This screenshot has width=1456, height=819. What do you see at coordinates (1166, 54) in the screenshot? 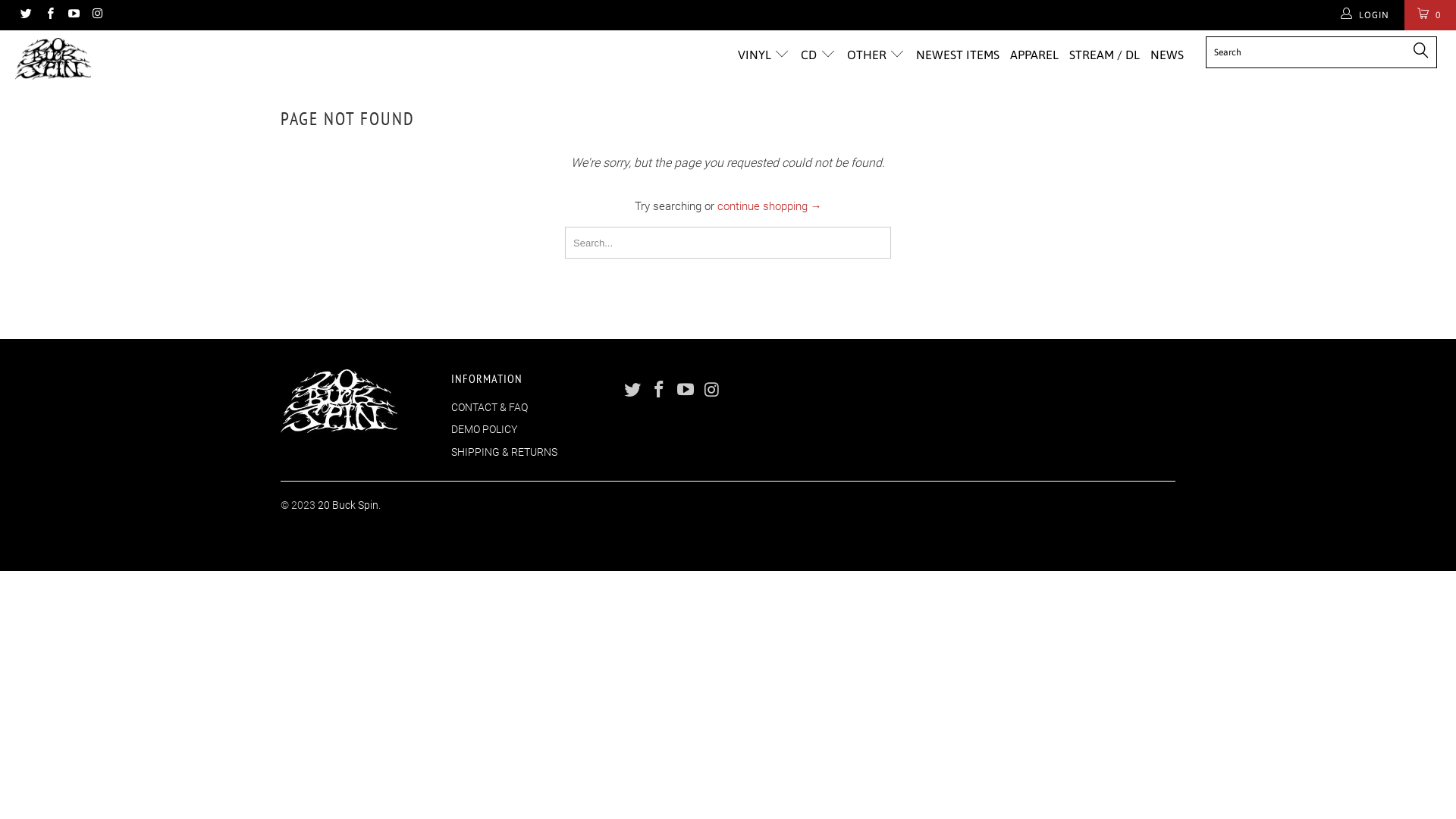
I see `'NEWS'` at bounding box center [1166, 54].